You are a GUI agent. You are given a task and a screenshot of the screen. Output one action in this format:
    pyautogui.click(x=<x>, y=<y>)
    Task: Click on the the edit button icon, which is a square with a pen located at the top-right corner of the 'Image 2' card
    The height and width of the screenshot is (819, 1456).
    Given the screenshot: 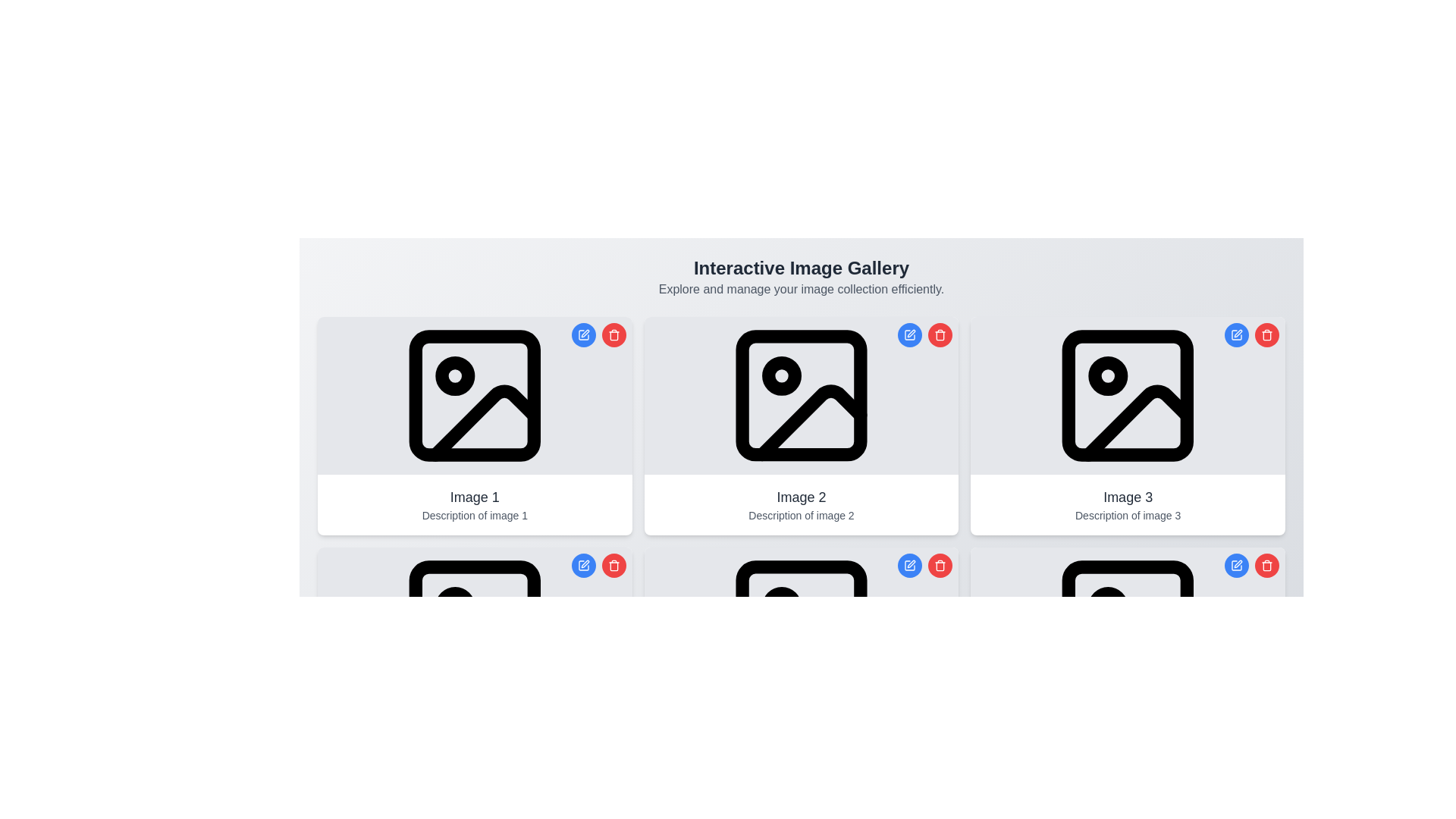 What is the action you would take?
    pyautogui.click(x=910, y=334)
    